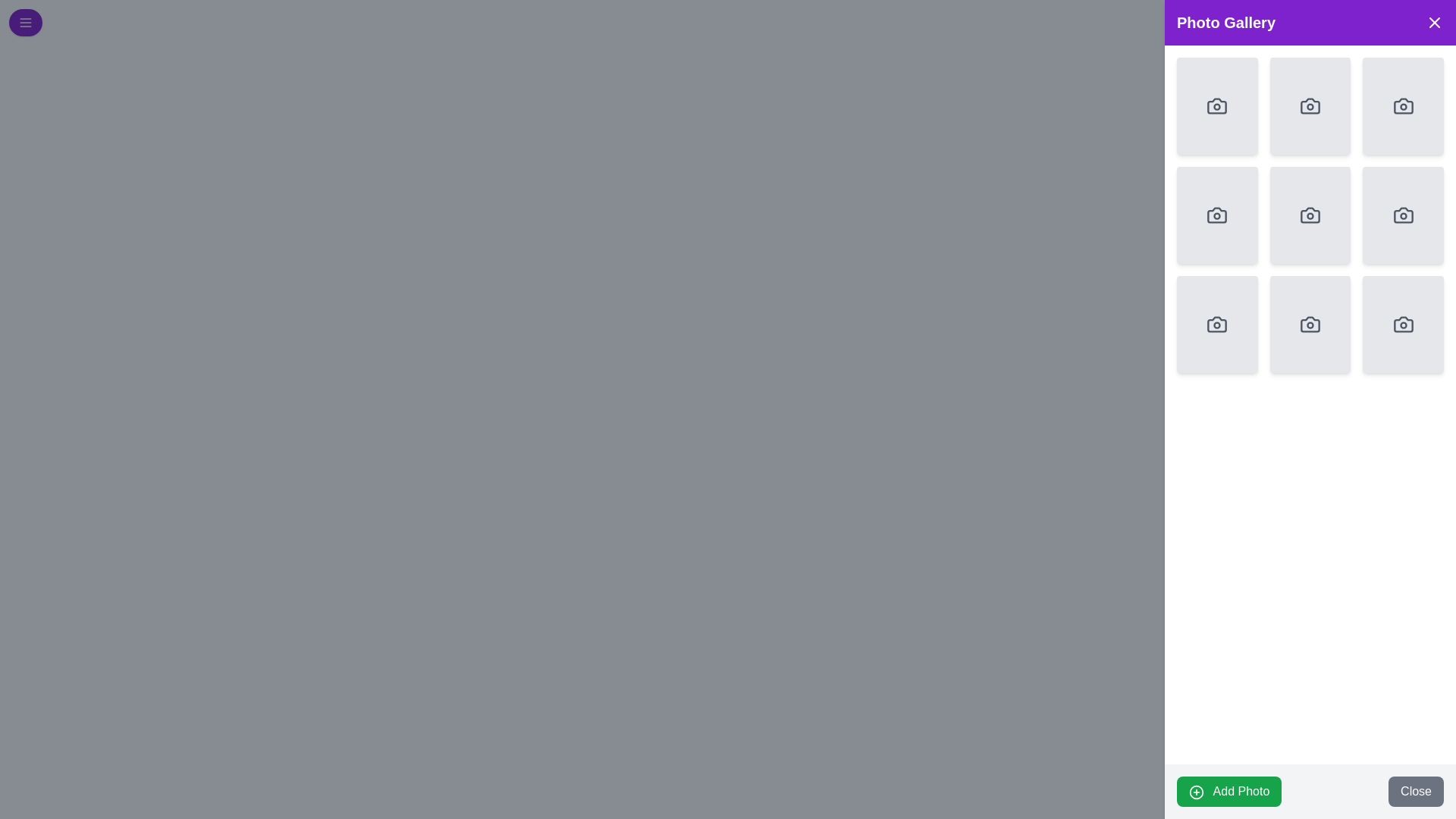 Image resolution: width=1456 pixels, height=819 pixels. I want to click on the third camera icon in the 'Photo Gallery' sidebar, so click(1402, 215).